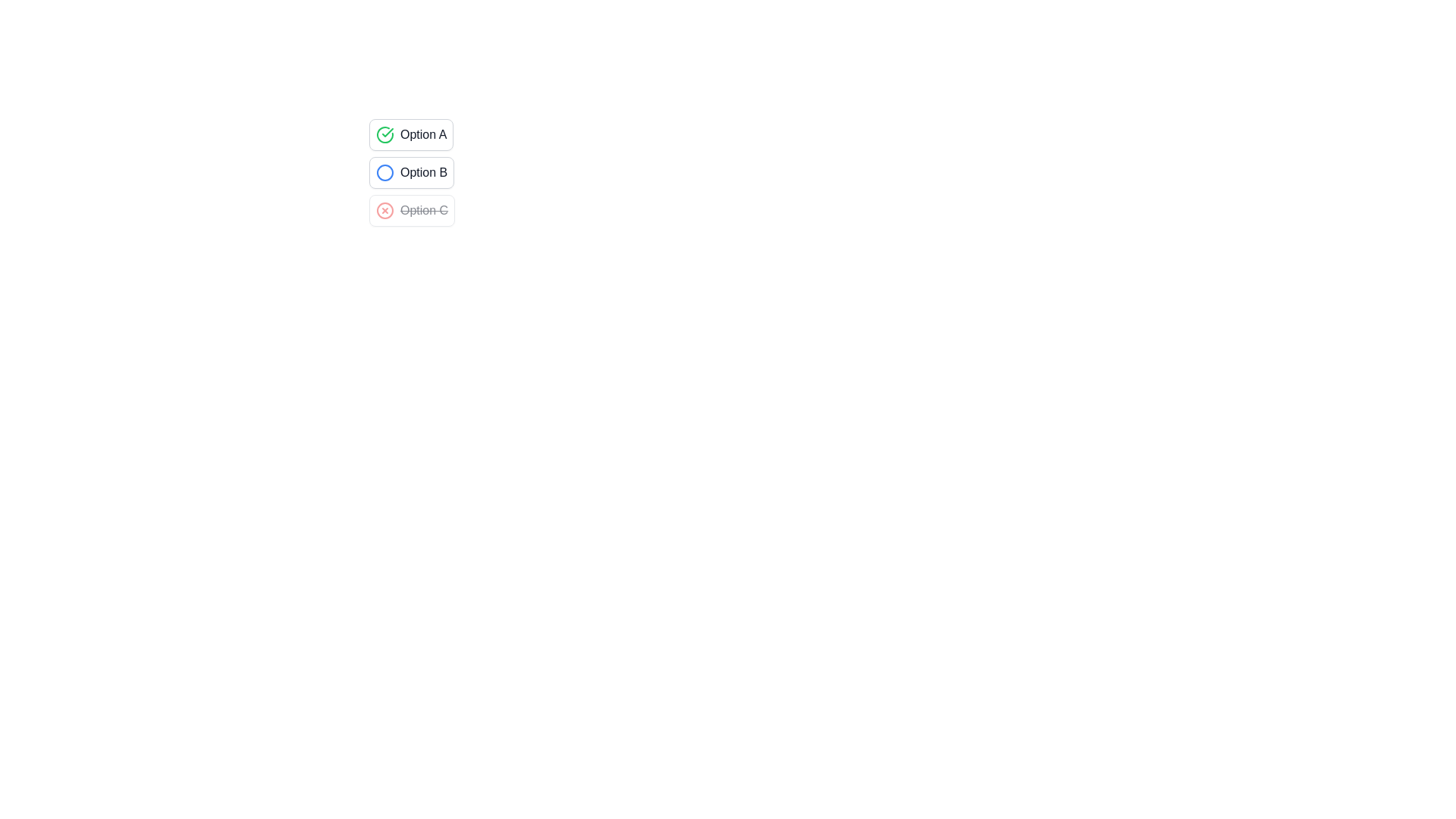 The height and width of the screenshot is (819, 1456). Describe the element at coordinates (385, 171) in the screenshot. I see `the Circle indicator for 'Option B' in the SVG component, which is a hollow circle with a blue stroke, indicating the second option in a vertical list of three options` at that location.